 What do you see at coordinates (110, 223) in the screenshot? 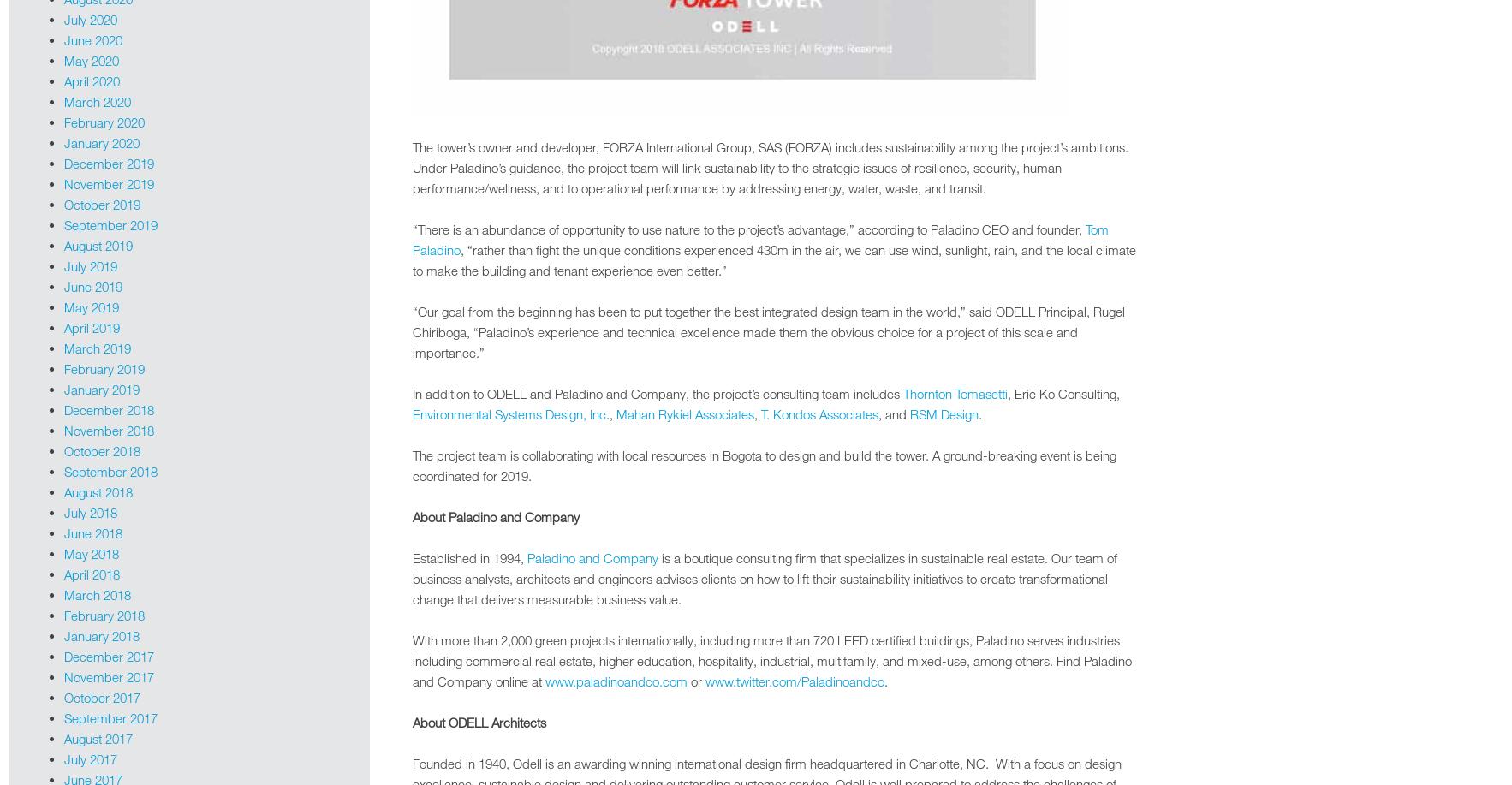
I see `'September 2019'` at bounding box center [110, 223].